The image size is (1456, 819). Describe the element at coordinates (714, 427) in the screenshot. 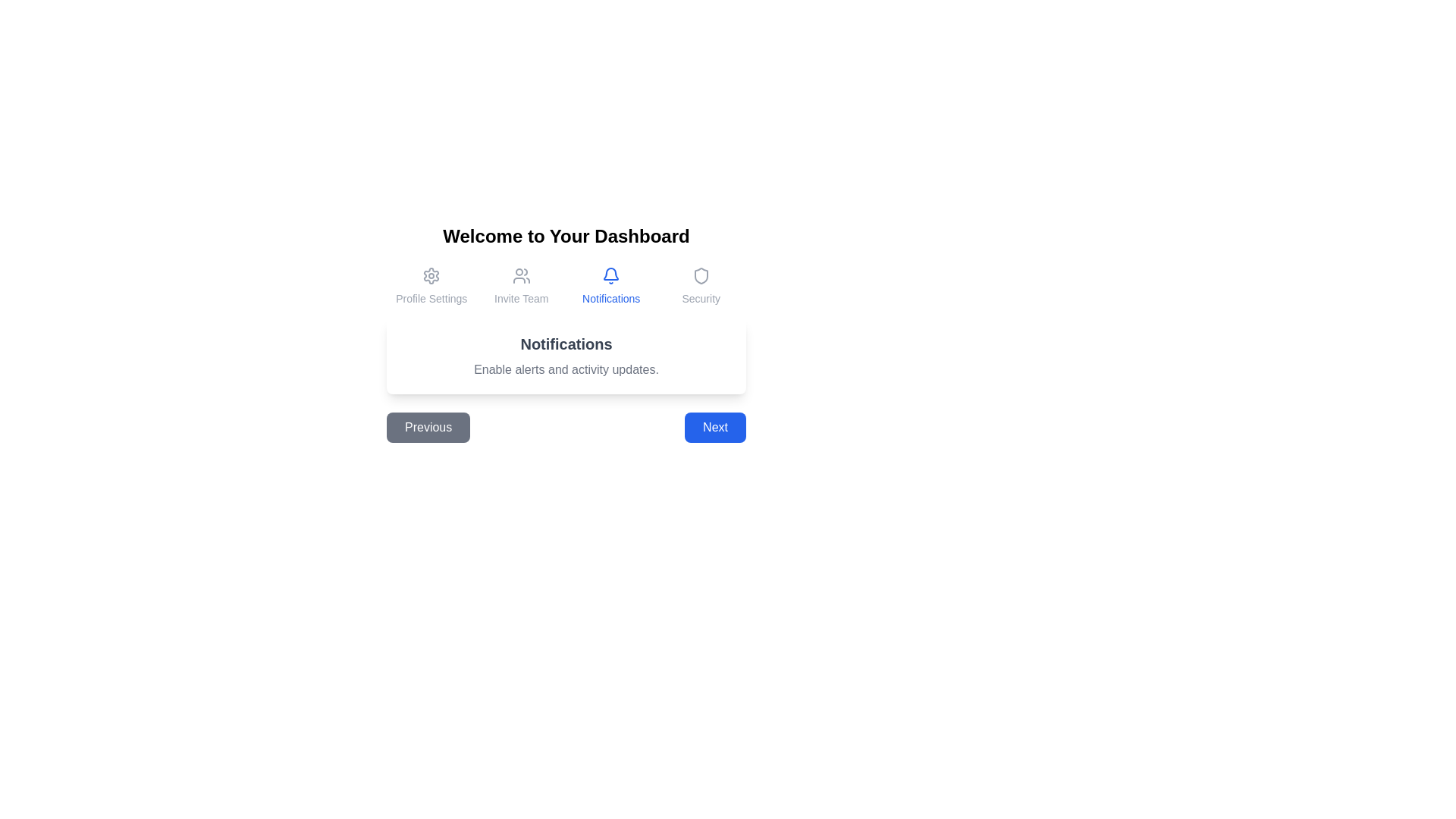

I see `the 'Next' button, which has a blue background and white text, located in the bottom-right corner of the interface` at that location.